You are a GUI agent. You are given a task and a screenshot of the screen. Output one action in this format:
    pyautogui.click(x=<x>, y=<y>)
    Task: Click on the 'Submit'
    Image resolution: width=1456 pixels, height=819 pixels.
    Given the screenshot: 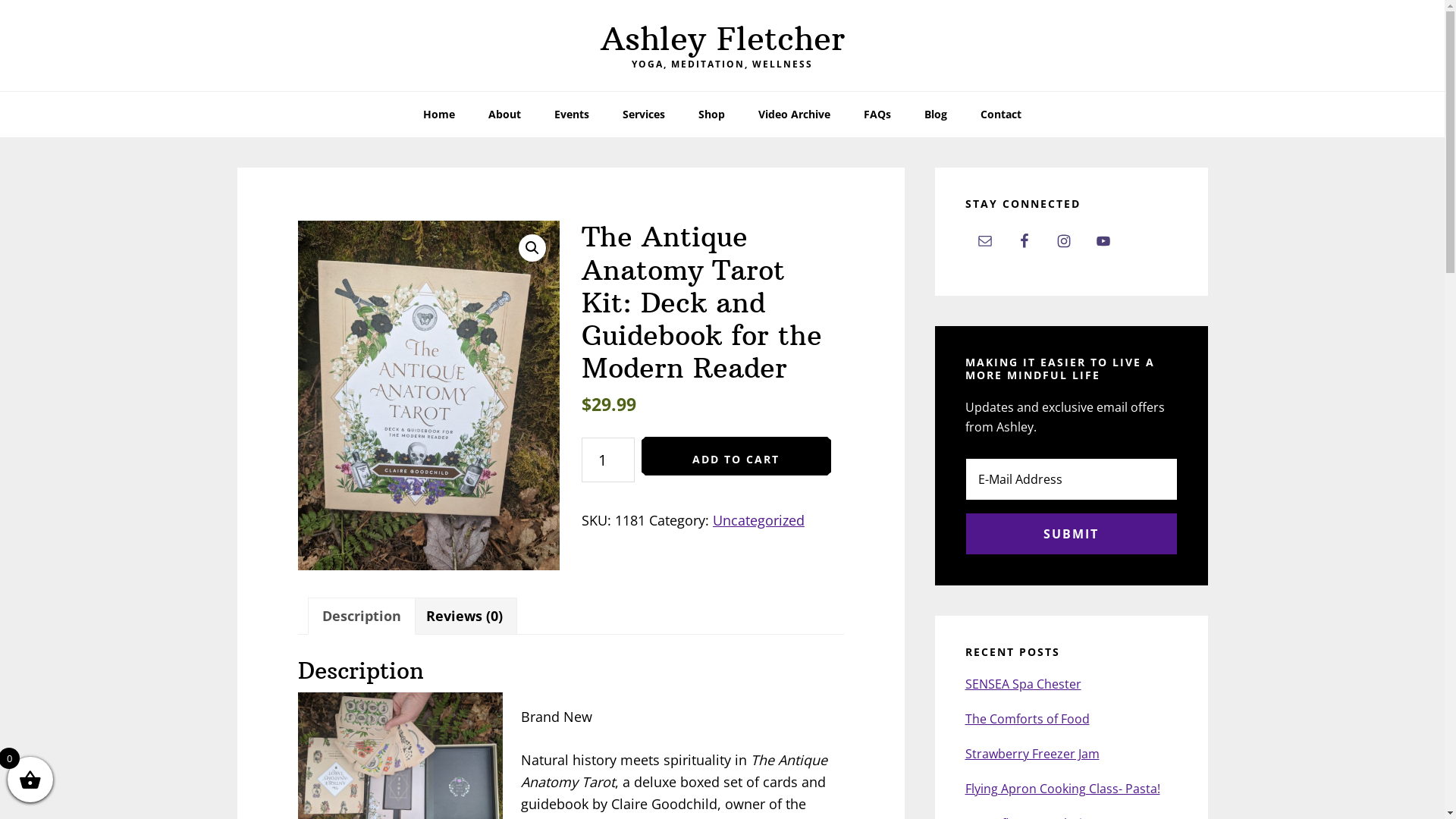 What is the action you would take?
    pyautogui.click(x=1069, y=533)
    